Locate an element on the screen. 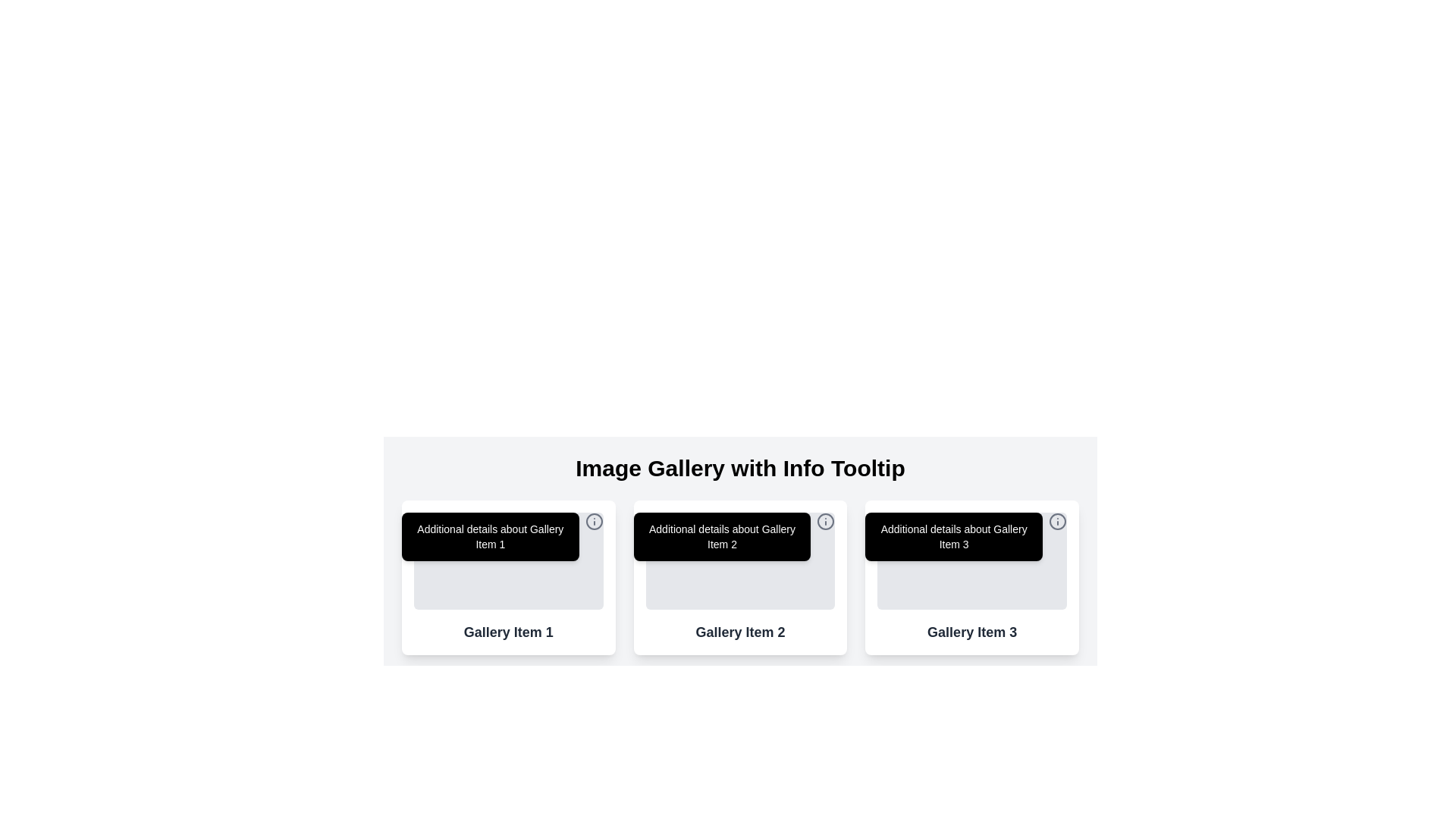 This screenshot has width=1456, height=819. text from the Text Label that displays 'Gallery Item 2', which is styled in bold and dark grey and located beneath an image placeholder in the second card of a horizontal image gallery is located at coordinates (740, 632).